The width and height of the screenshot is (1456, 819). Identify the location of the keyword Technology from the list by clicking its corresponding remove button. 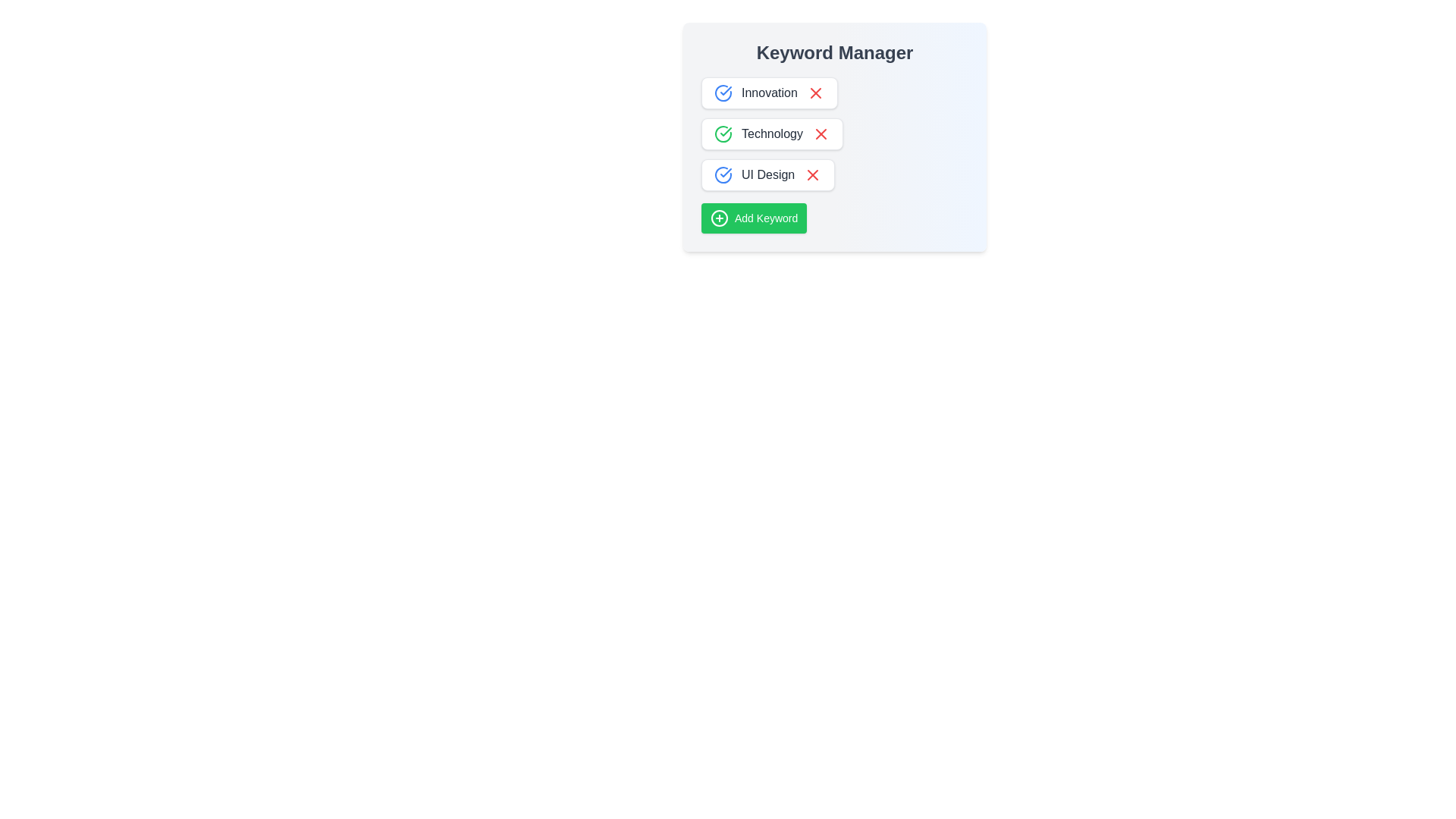
(820, 133).